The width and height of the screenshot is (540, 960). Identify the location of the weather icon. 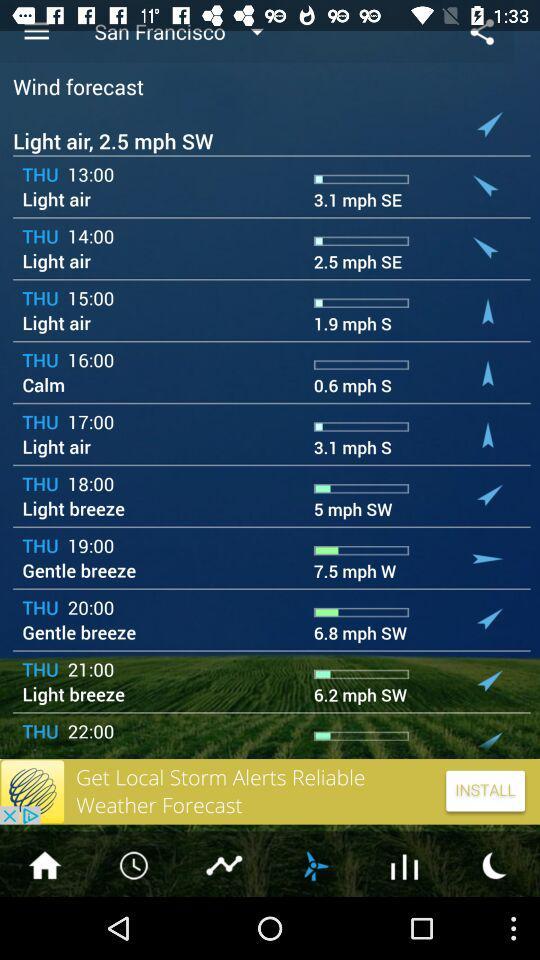
(314, 925).